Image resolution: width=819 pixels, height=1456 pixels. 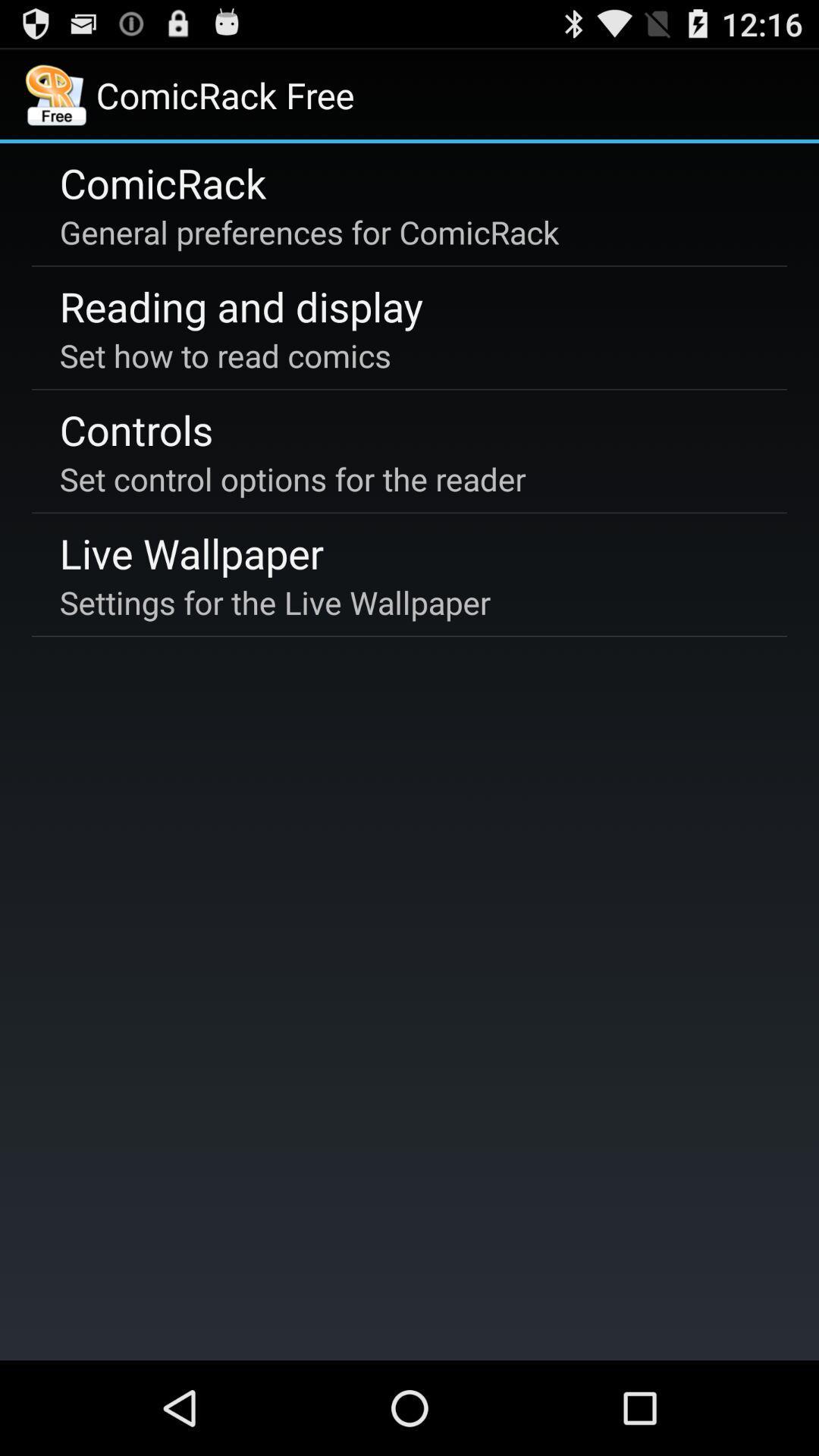 I want to click on the app above set how to item, so click(x=240, y=305).